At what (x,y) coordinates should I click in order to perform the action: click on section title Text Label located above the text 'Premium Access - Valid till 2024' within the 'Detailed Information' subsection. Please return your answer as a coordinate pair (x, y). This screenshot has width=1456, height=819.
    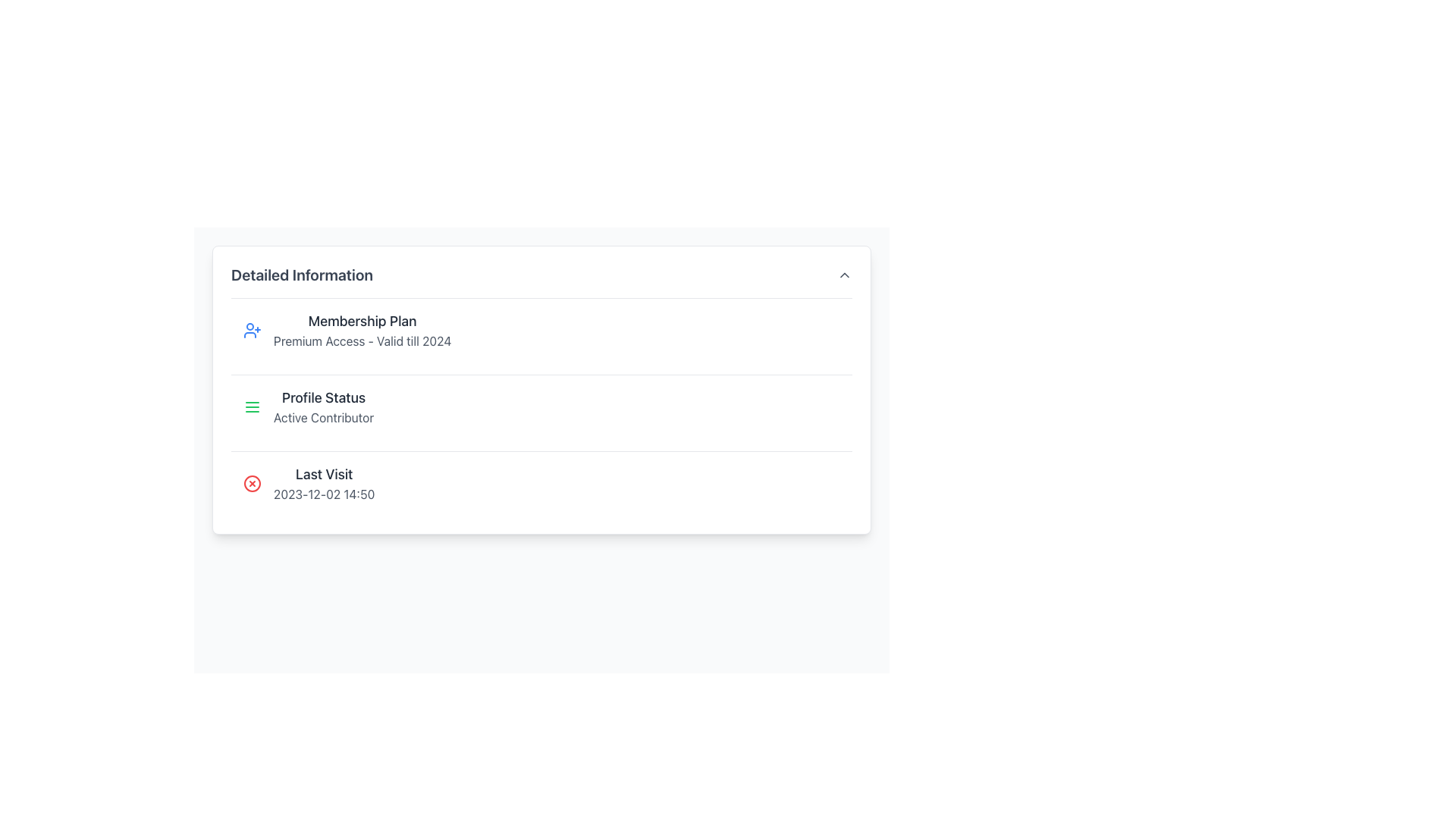
    Looking at the image, I should click on (362, 321).